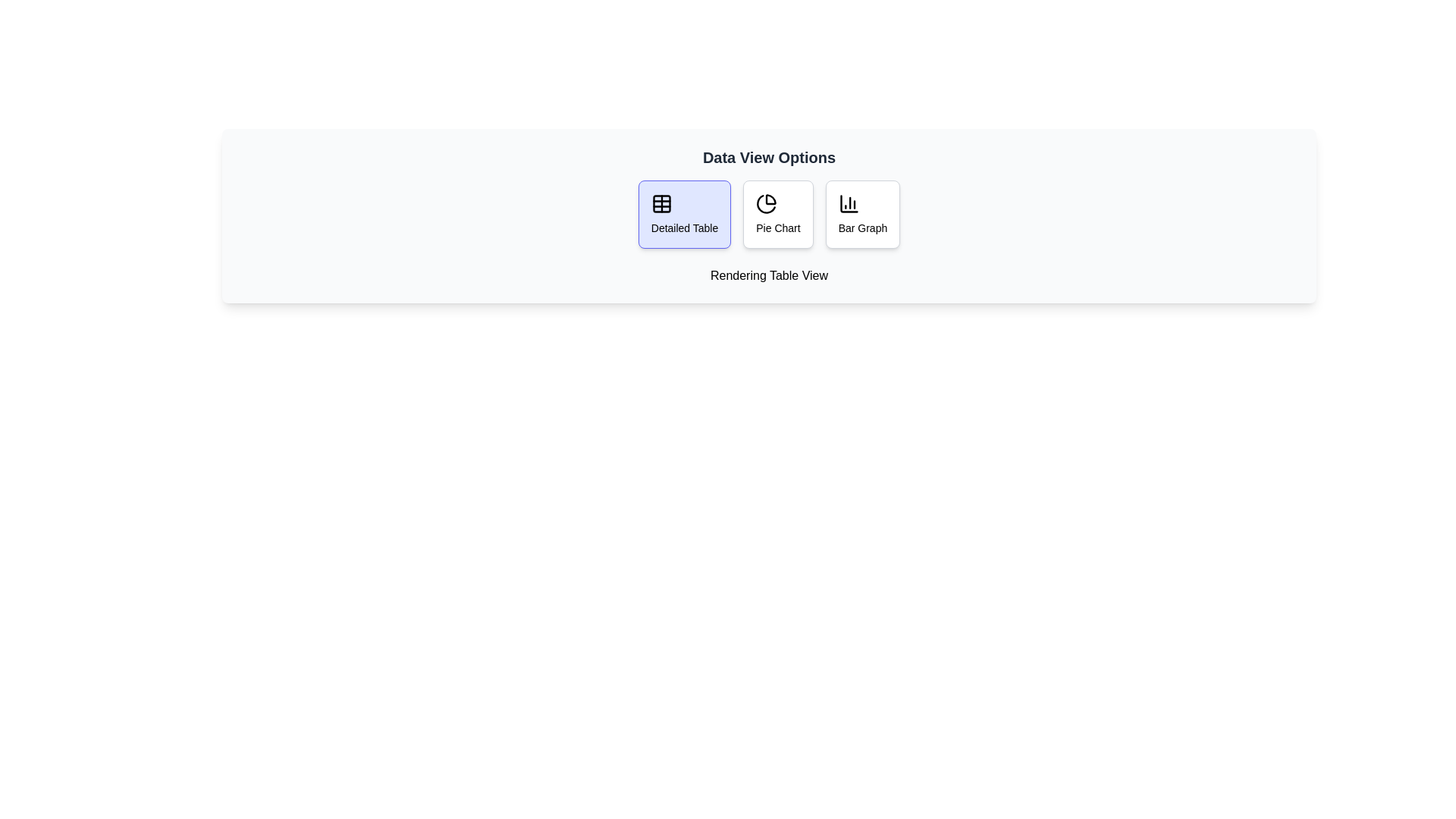 The width and height of the screenshot is (1456, 819). I want to click on the data view mode corresponding to Pie Chart, so click(778, 214).